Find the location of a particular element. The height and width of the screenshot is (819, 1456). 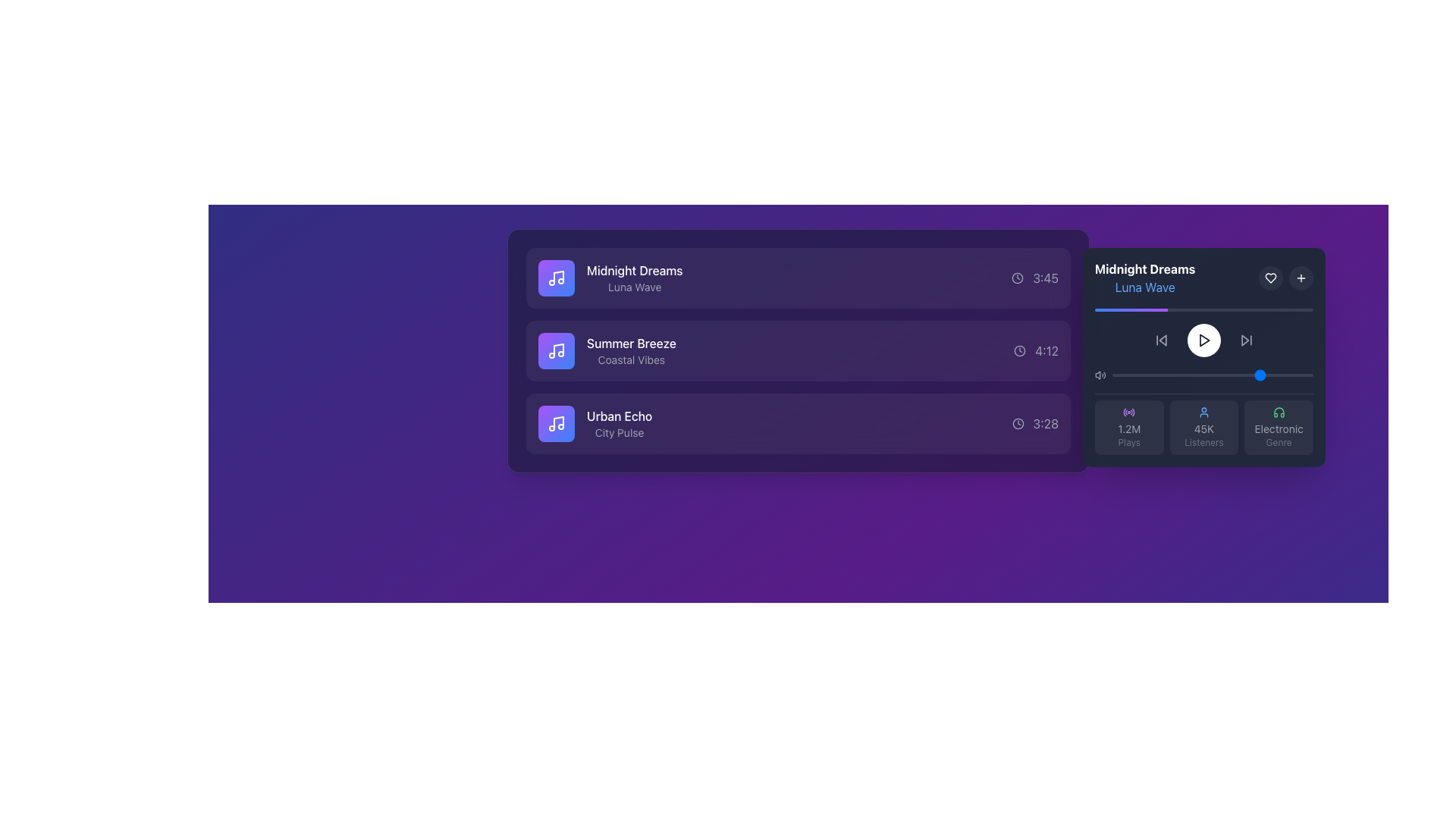

the rounded rectangular button with a gradient background and a white musical note icon, located at the left side of the row labeled 'Urban Echo' and 'City Pulse' is located at coordinates (556, 424).